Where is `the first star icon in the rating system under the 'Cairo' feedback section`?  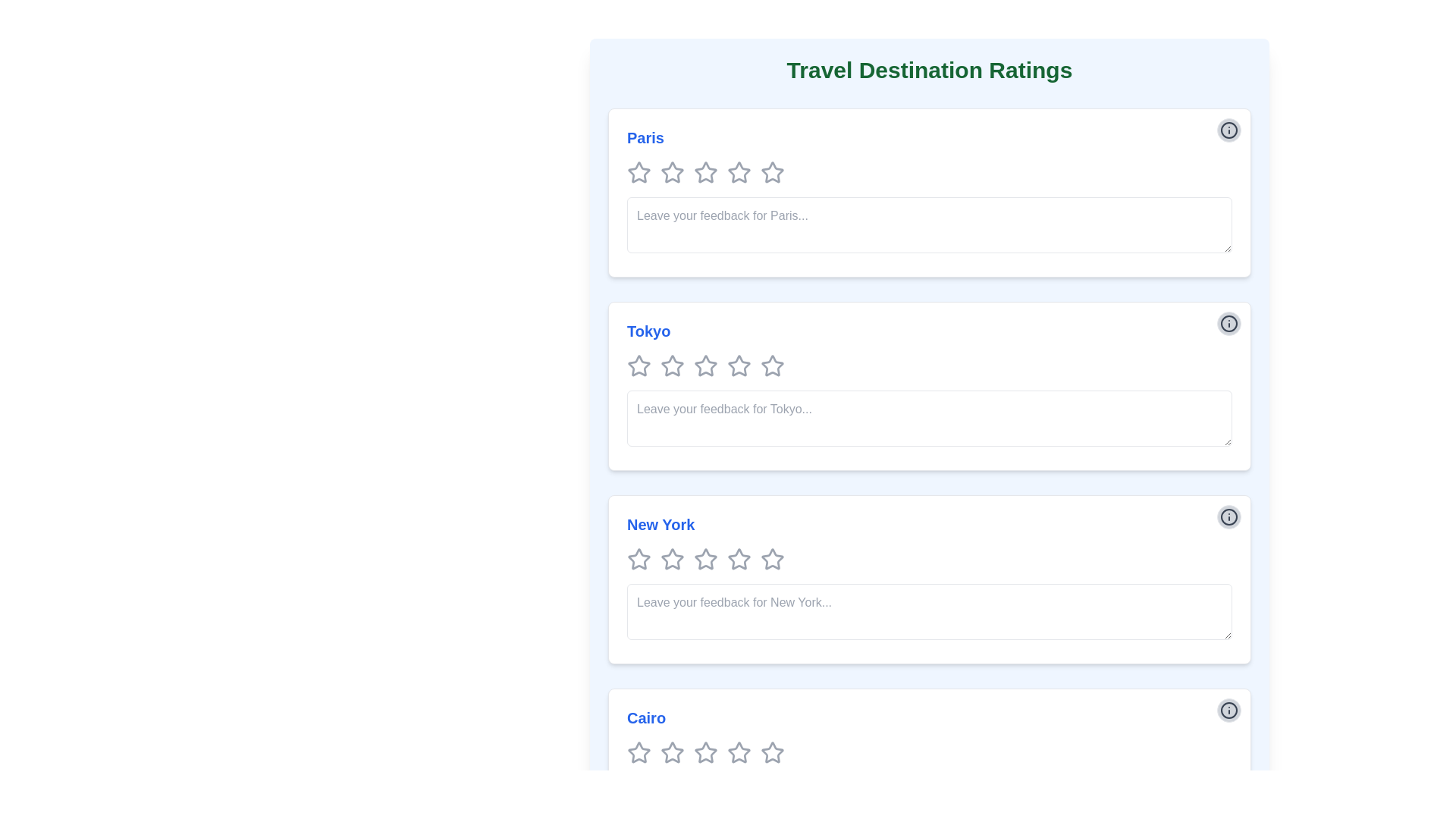
the first star icon in the rating system under the 'Cairo' feedback section is located at coordinates (705, 752).